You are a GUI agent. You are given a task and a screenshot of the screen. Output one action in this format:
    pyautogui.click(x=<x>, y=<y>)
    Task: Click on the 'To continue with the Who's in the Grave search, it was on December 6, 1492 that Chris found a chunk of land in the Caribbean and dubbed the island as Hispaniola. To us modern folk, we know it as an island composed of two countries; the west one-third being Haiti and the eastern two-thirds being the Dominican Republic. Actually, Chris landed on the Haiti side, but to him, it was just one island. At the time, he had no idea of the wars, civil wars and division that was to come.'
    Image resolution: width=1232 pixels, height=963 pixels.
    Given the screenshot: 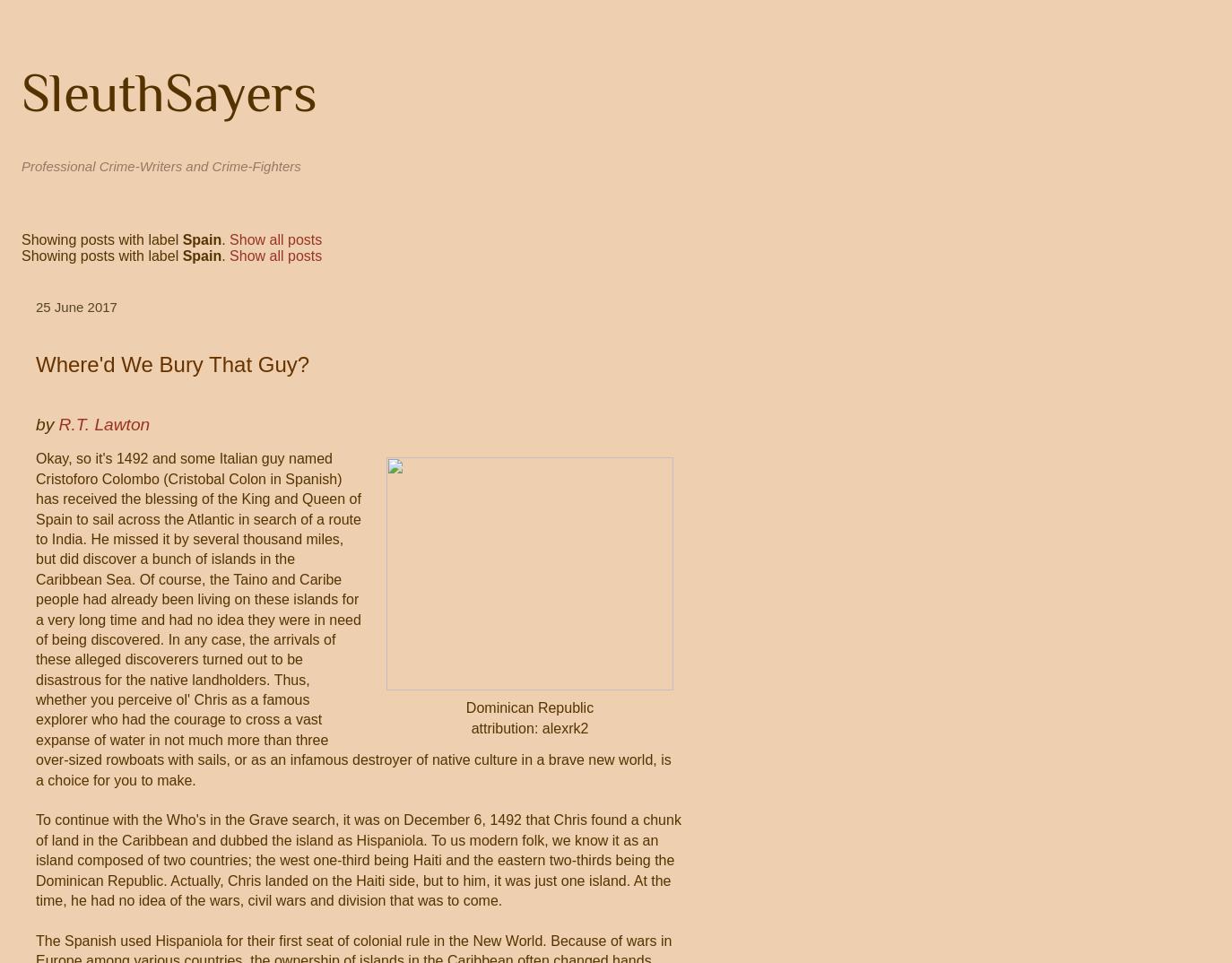 What is the action you would take?
    pyautogui.click(x=358, y=859)
    